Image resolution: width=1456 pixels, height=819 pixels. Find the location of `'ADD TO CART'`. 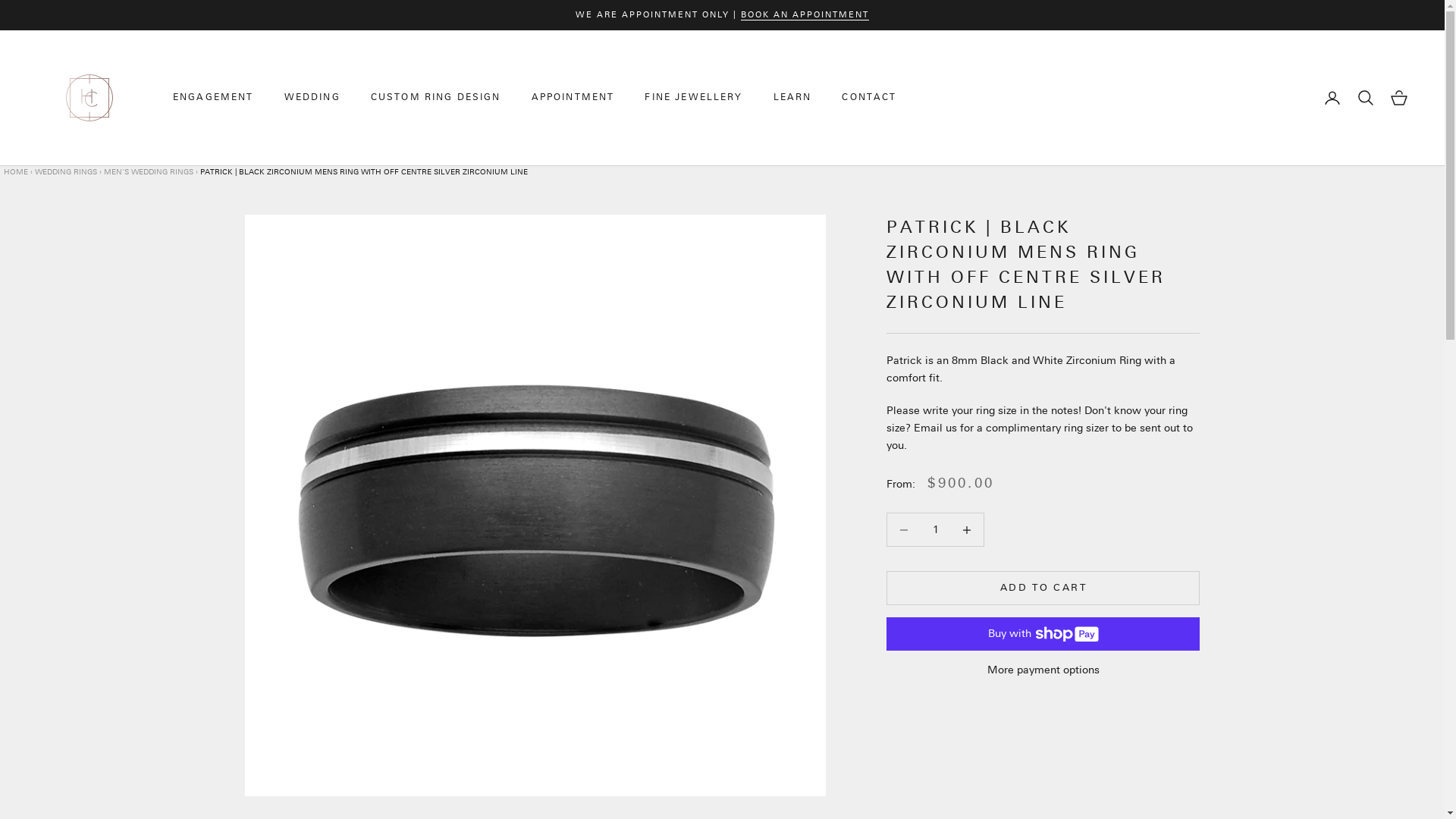

'ADD TO CART' is located at coordinates (886, 587).